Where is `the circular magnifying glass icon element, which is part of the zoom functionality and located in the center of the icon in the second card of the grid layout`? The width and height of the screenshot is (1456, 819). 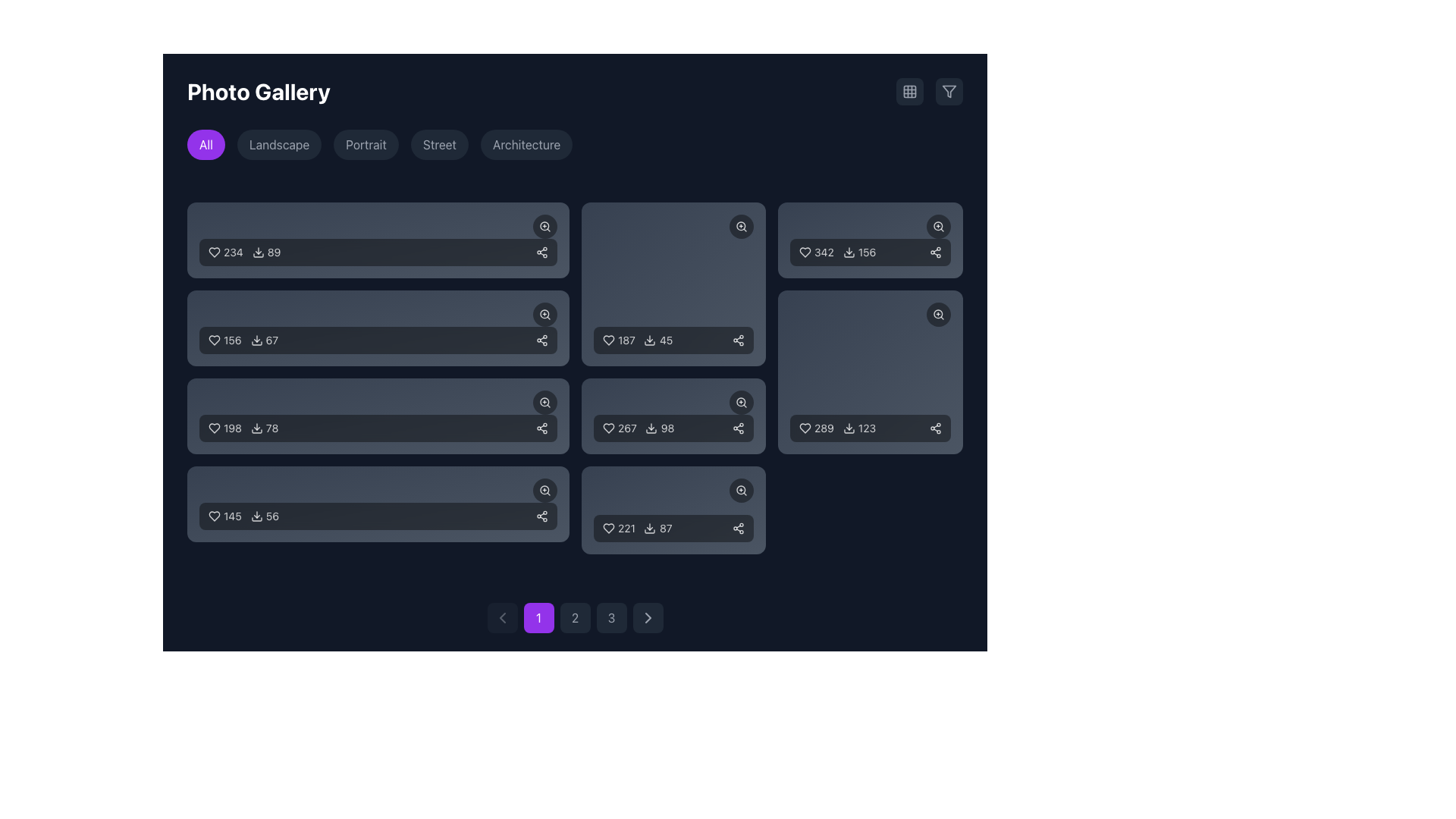 the circular magnifying glass icon element, which is part of the zoom functionality and located in the center of the icon in the second card of the grid layout is located at coordinates (544, 313).